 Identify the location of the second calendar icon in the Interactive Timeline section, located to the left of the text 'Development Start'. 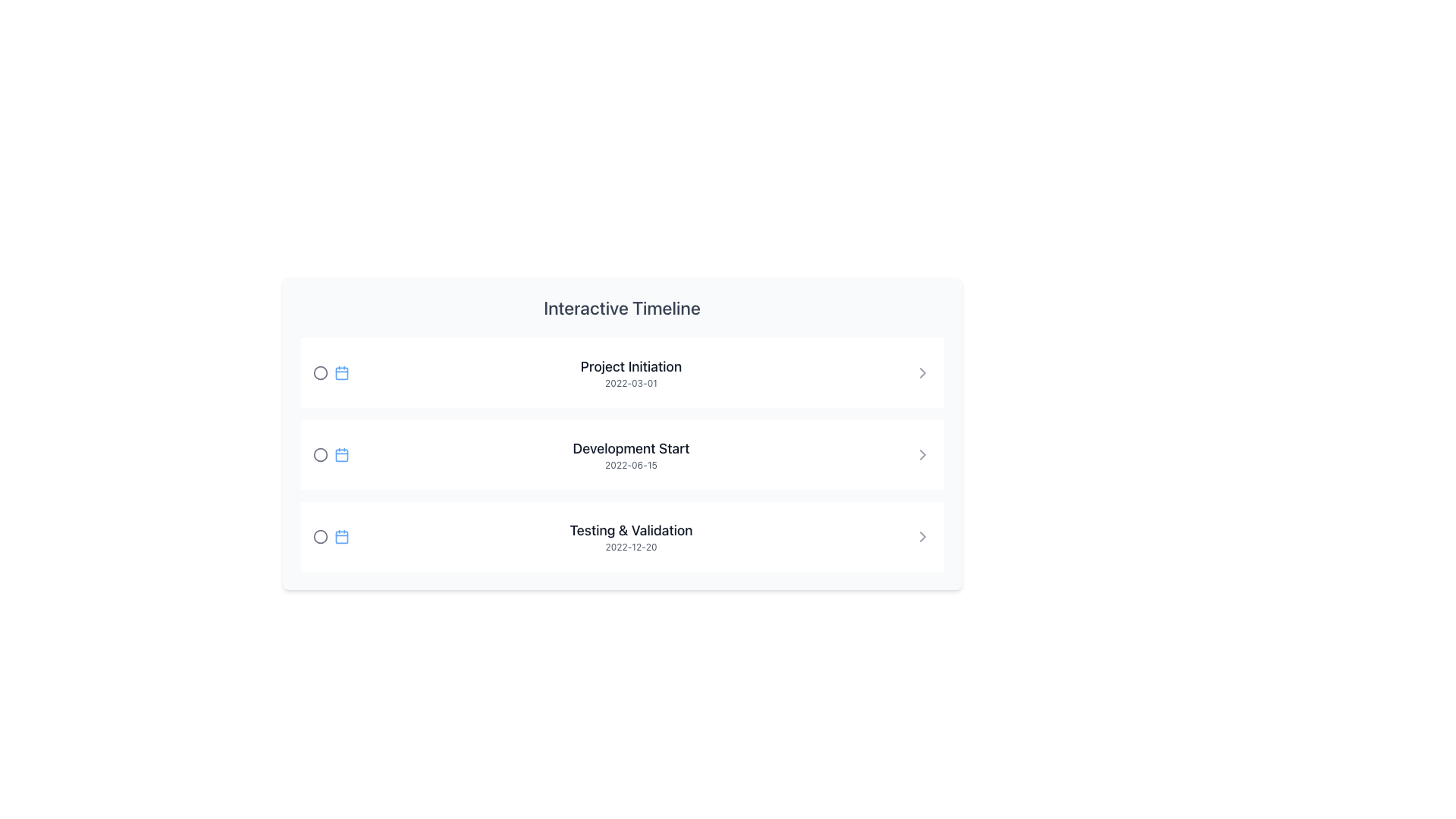
(340, 454).